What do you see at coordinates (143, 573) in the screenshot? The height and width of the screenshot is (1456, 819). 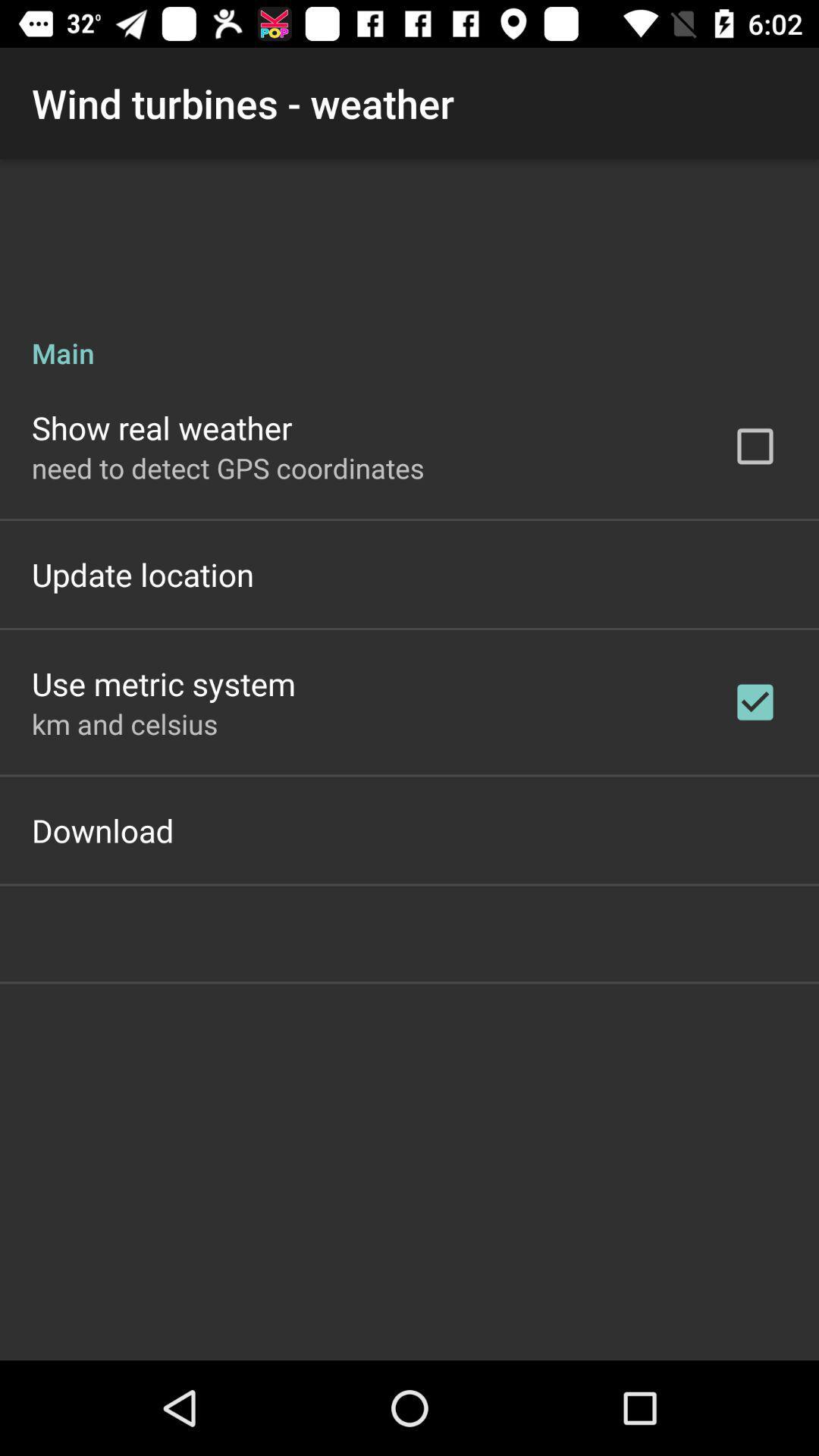 I see `the icon above the use metric system icon` at bounding box center [143, 573].